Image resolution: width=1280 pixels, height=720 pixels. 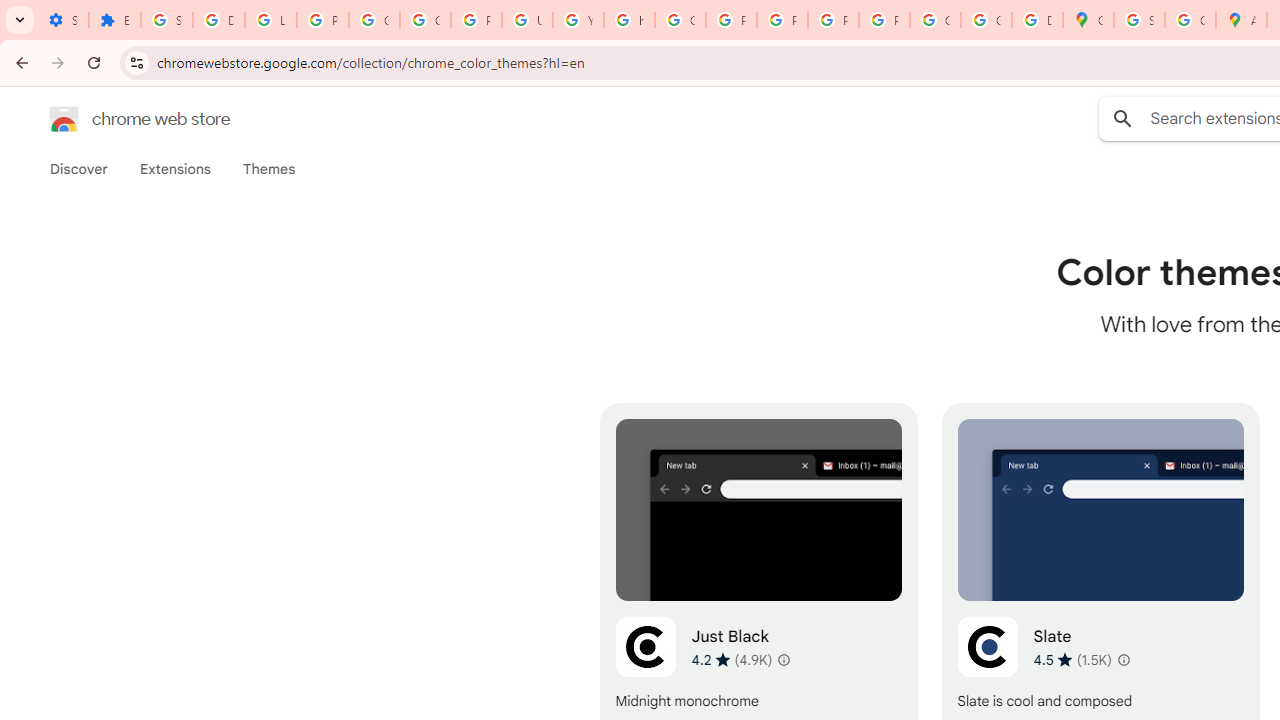 I want to click on 'Google Maps', so click(x=1087, y=20).